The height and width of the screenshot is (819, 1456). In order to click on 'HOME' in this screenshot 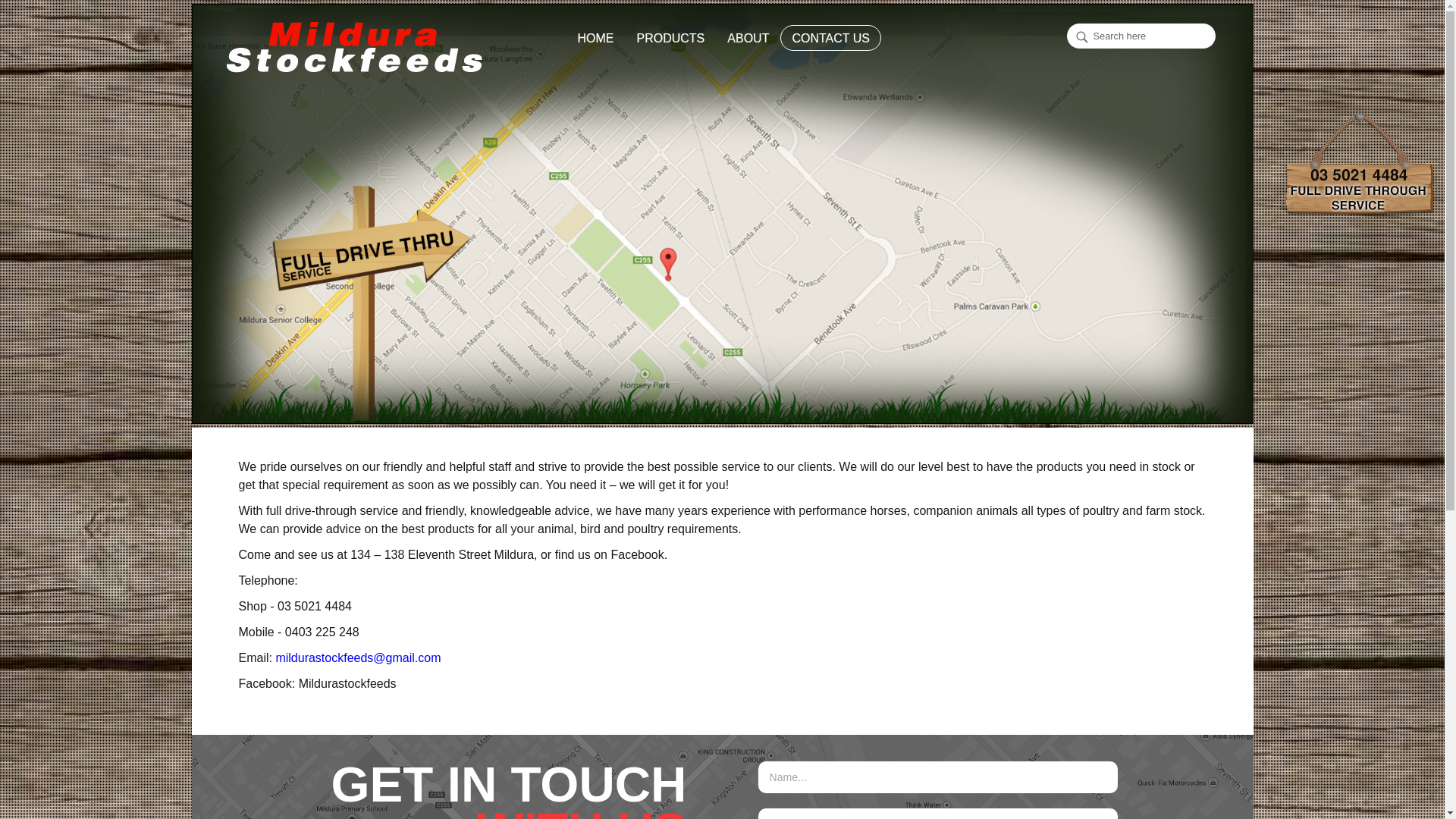, I will do `click(595, 37)`.